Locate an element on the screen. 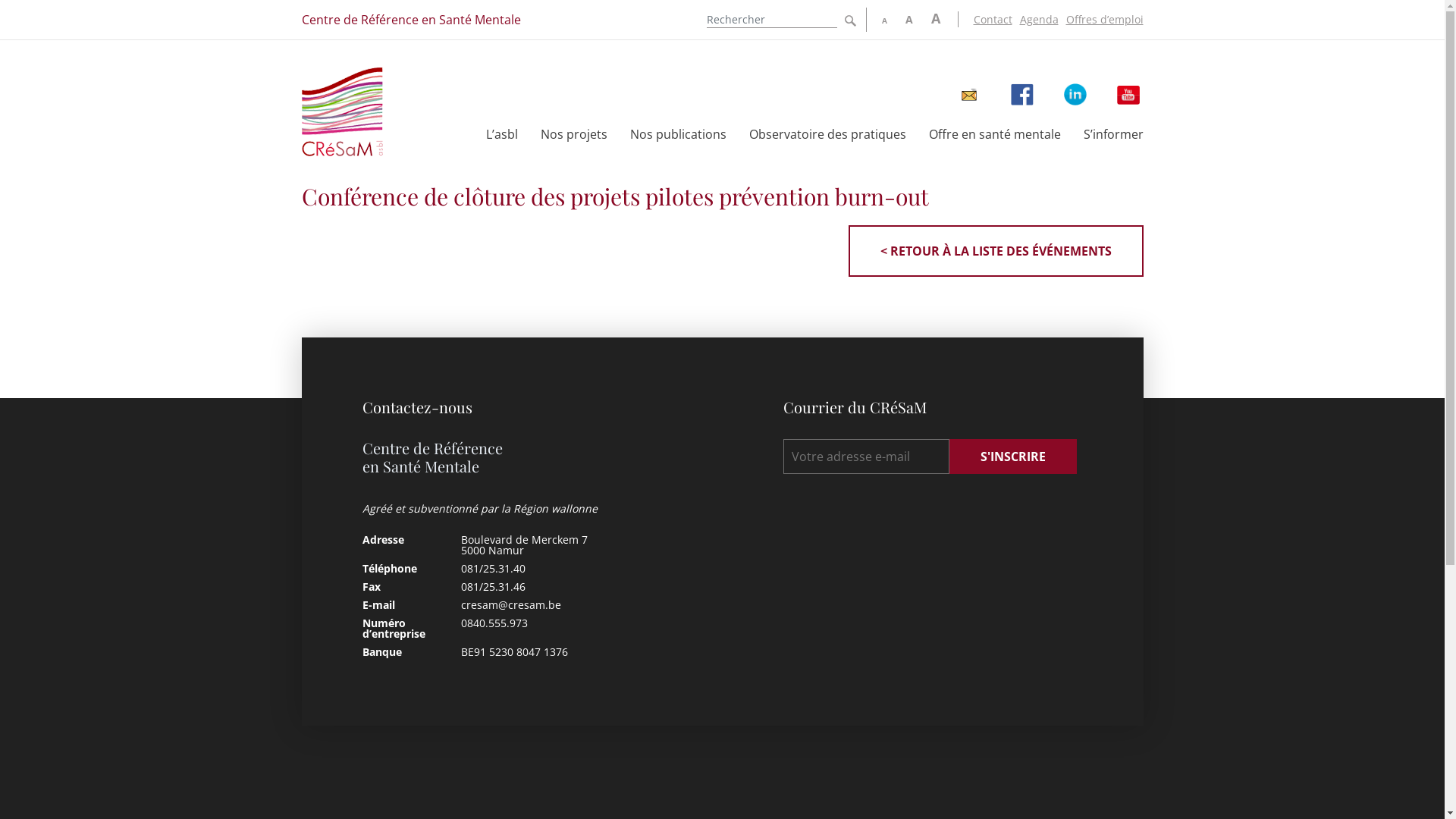 The height and width of the screenshot is (819, 1456). '081/25.31.40' is located at coordinates (460, 568).